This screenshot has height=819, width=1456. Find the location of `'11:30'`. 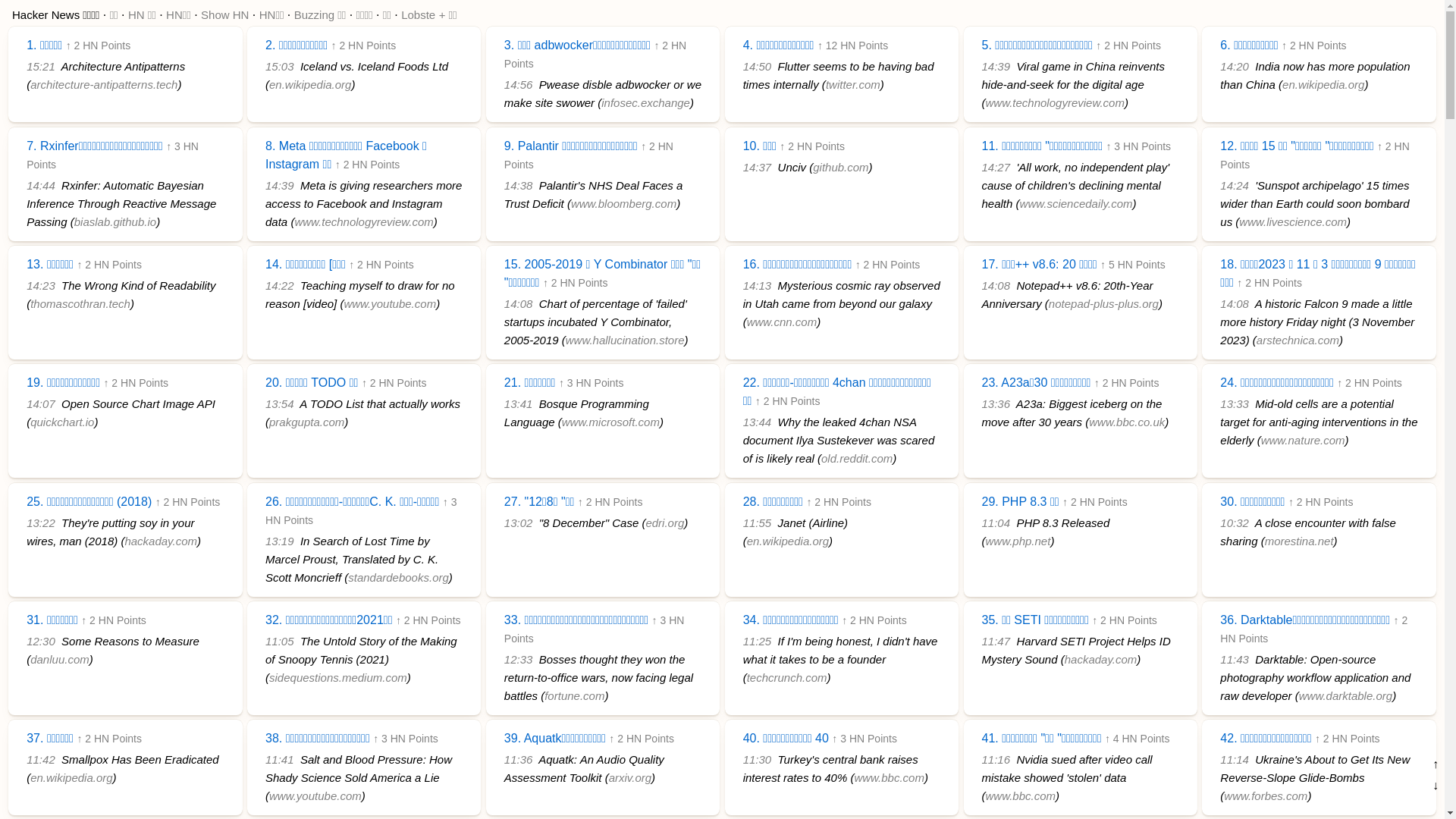

'11:30' is located at coordinates (757, 759).